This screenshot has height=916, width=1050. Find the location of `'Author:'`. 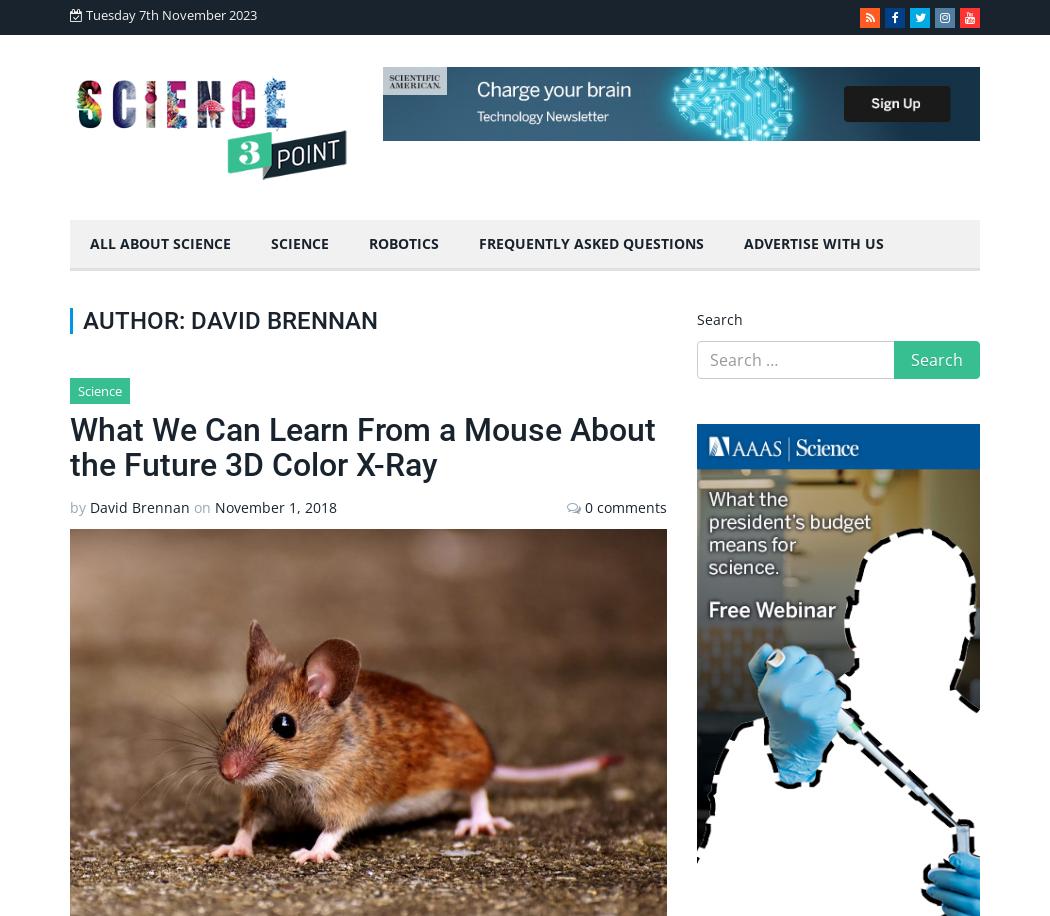

'Author:' is located at coordinates (82, 319).